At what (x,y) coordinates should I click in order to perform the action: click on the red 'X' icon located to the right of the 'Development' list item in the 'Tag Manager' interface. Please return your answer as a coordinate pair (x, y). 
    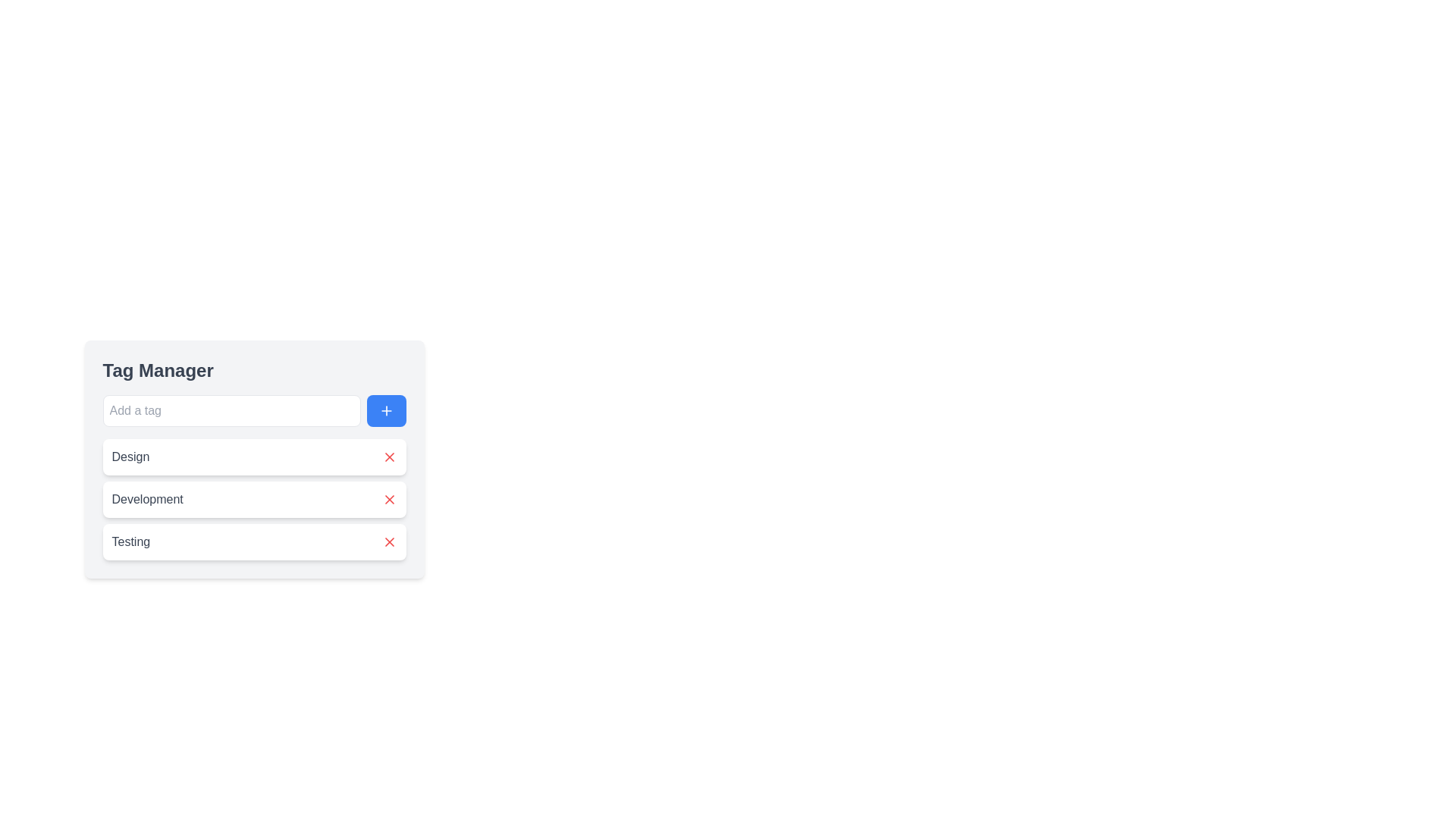
    Looking at the image, I should click on (389, 500).